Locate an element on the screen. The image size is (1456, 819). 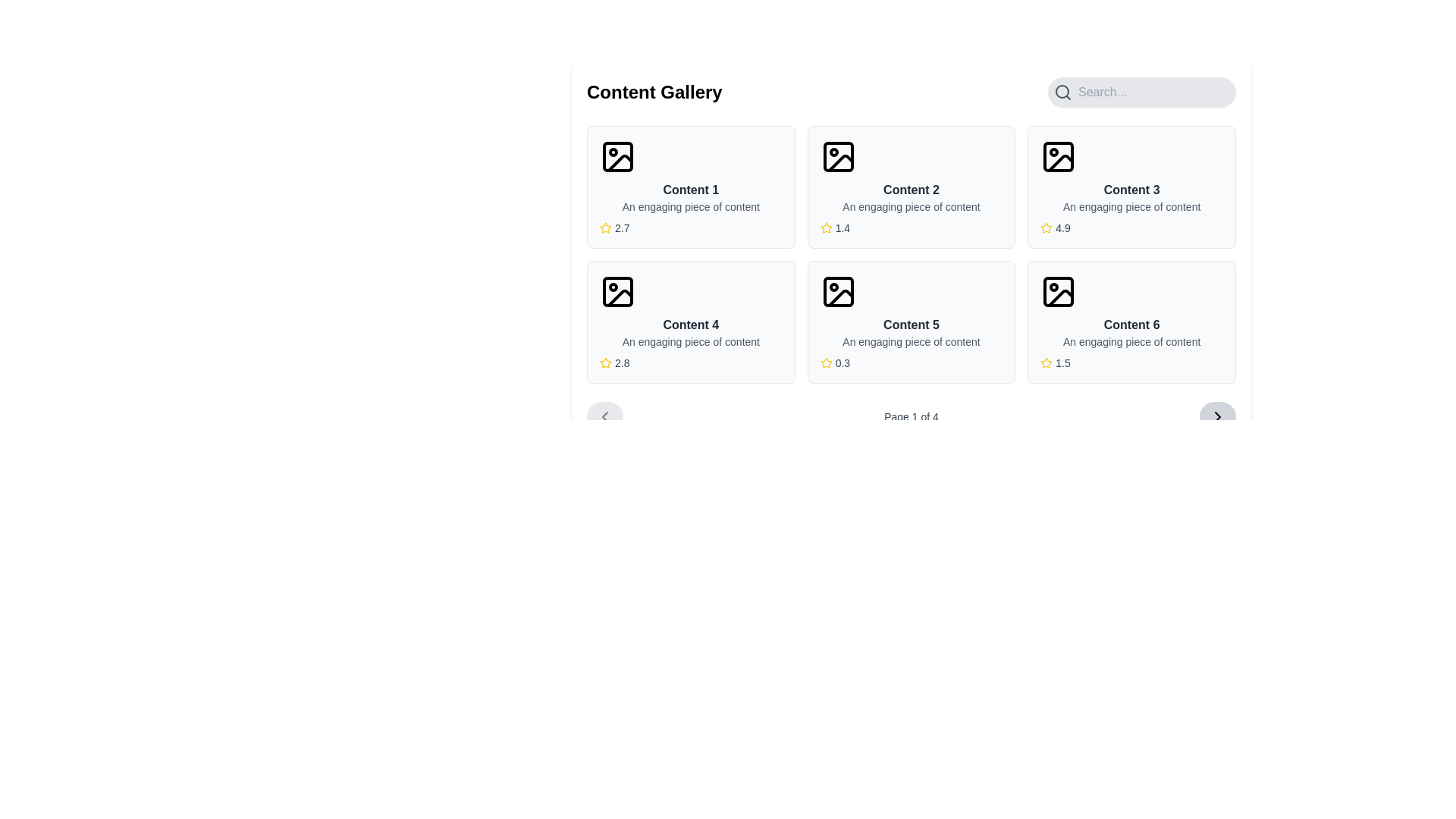
the rightmost circular button with a gray background and a right-pointing chevron symbol is located at coordinates (1218, 417).